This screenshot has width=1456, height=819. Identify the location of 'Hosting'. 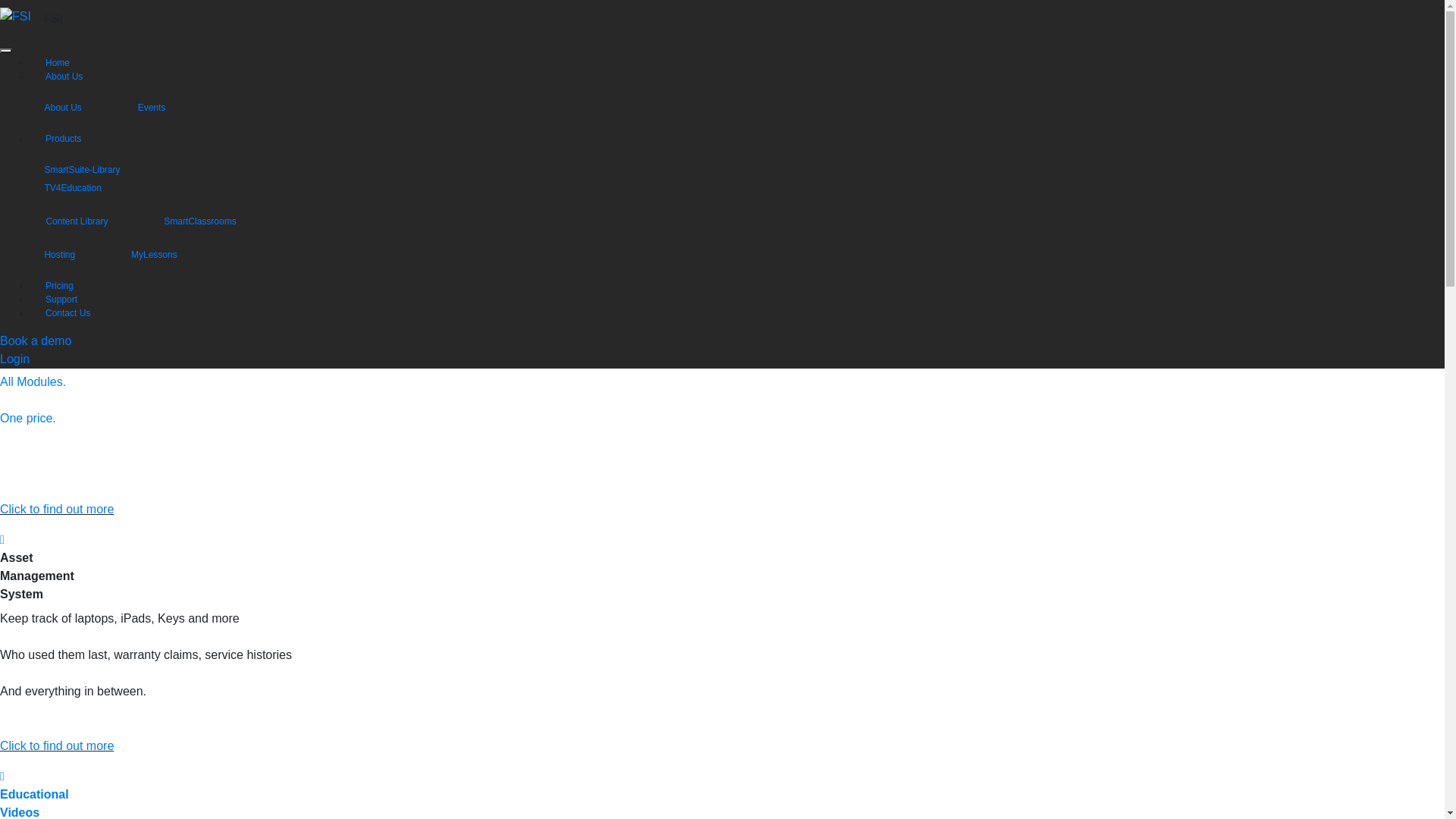
(73, 253).